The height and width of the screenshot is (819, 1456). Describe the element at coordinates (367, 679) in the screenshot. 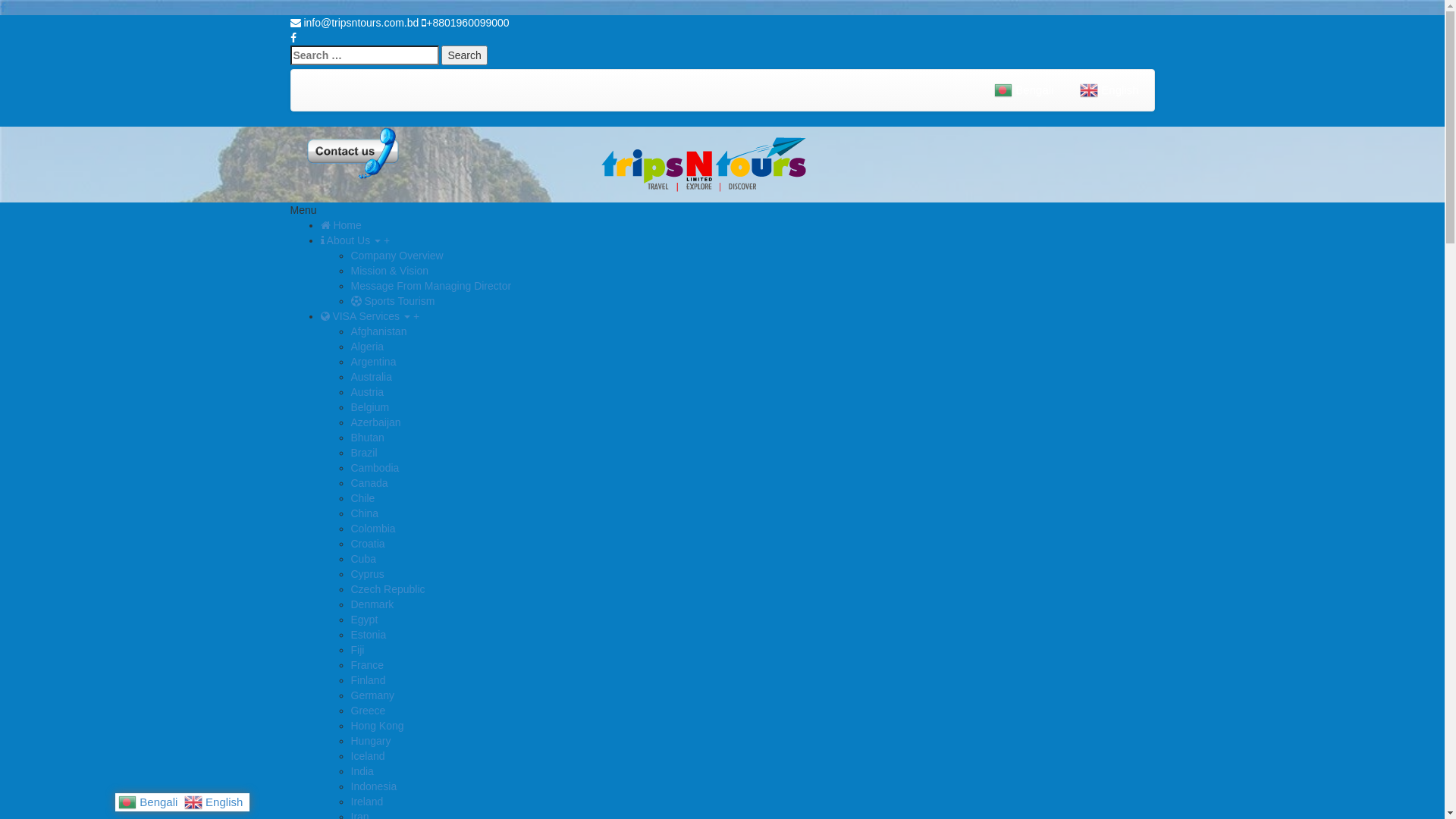

I see `'Finland'` at that location.